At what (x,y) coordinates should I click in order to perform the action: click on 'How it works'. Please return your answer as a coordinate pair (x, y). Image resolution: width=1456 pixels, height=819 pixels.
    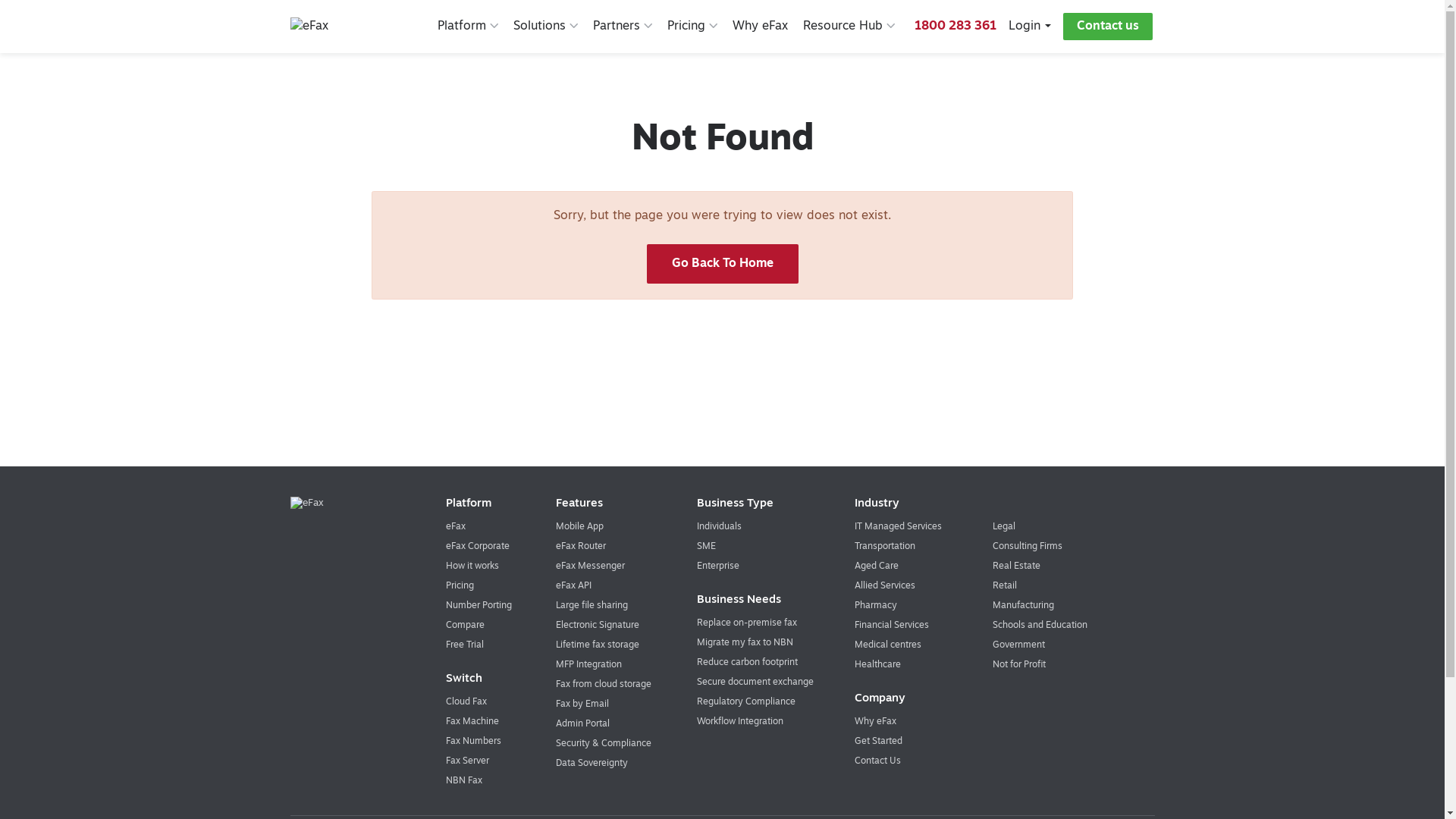
    Looking at the image, I should click on (472, 566).